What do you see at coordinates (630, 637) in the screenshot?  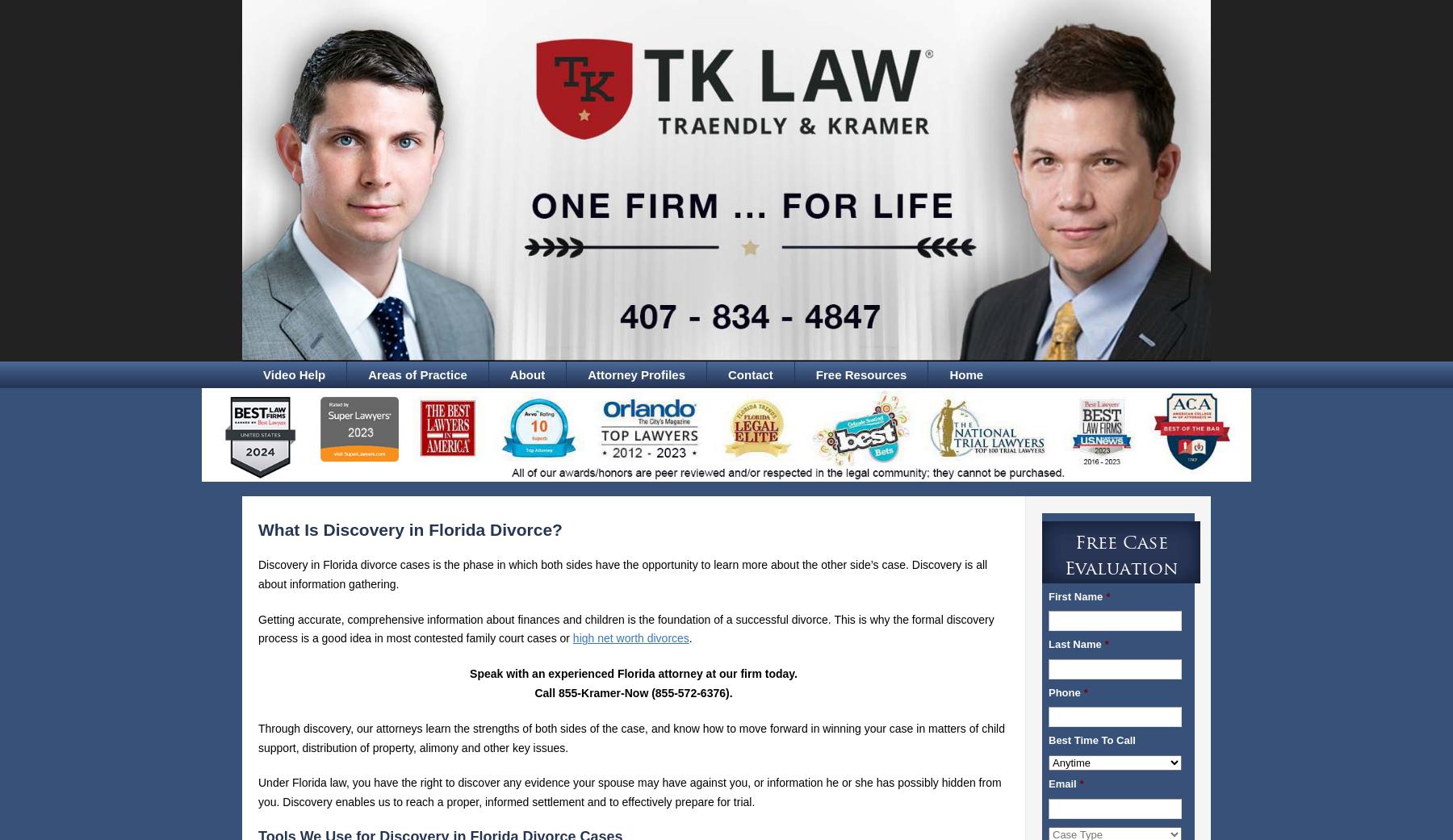 I see `'high net worth divorces'` at bounding box center [630, 637].